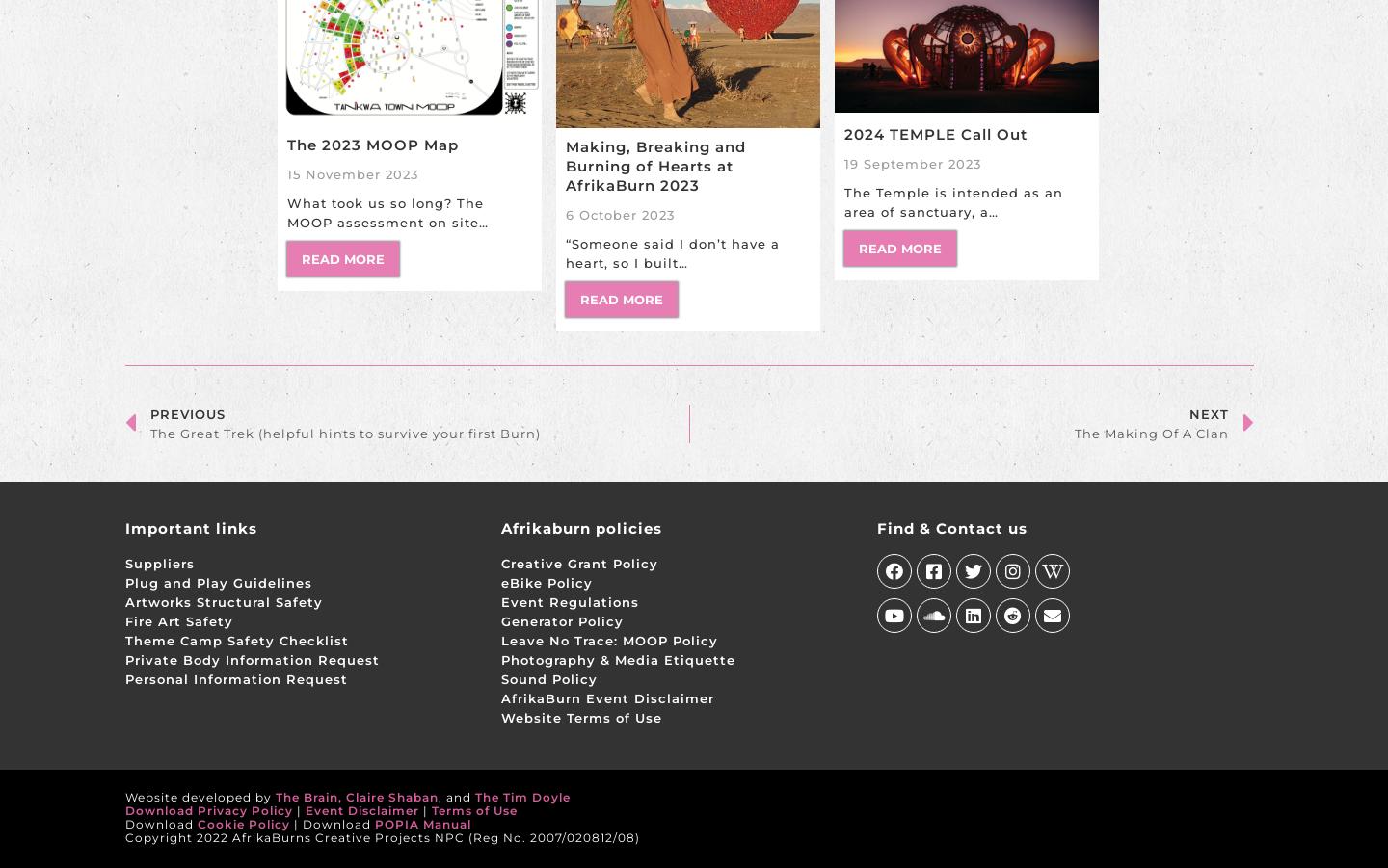  I want to click on '“Someone said I don’t have a heart, so I built…', so click(671, 251).